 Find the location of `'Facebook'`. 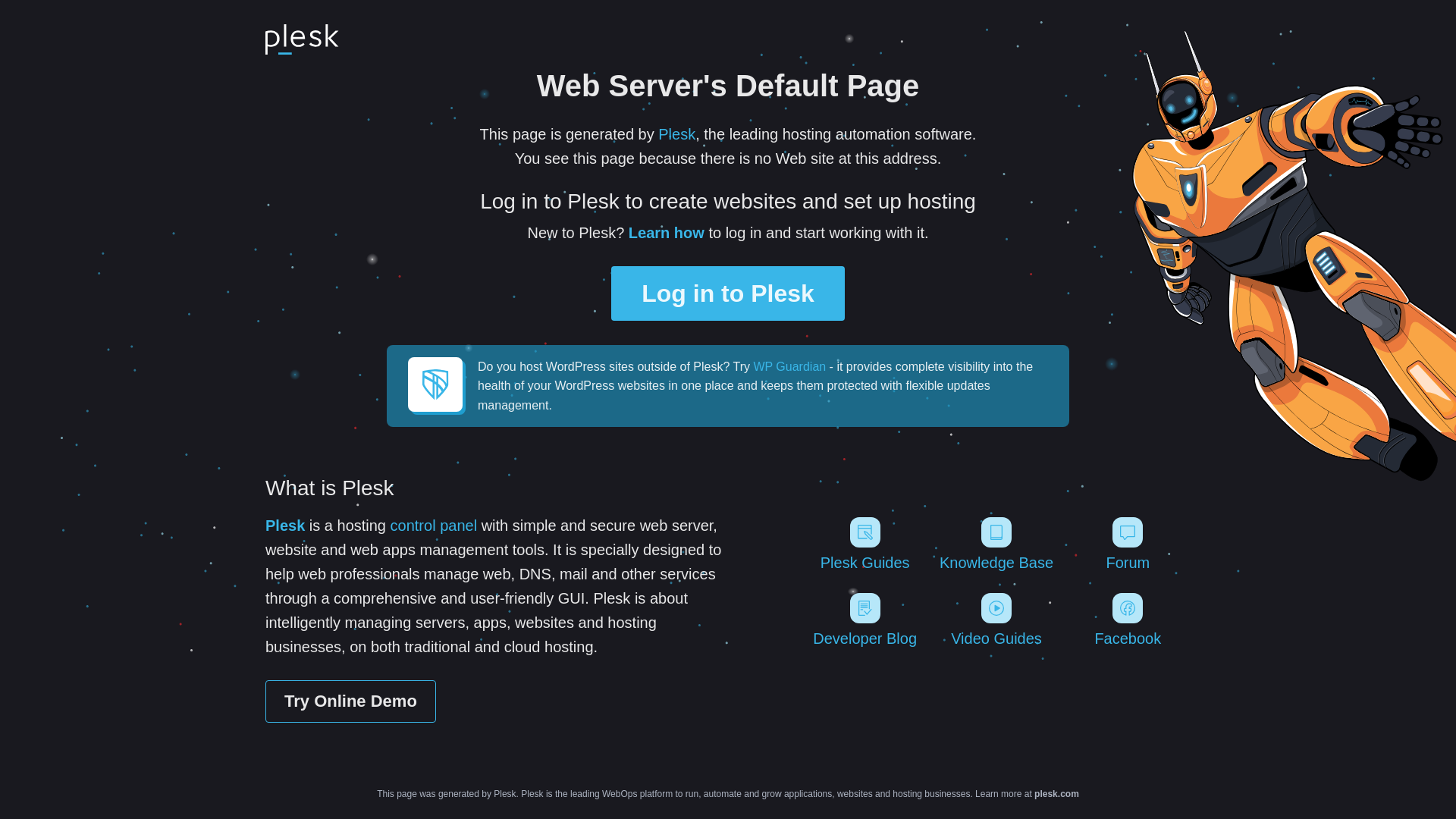

'Facebook' is located at coordinates (1065, 620).